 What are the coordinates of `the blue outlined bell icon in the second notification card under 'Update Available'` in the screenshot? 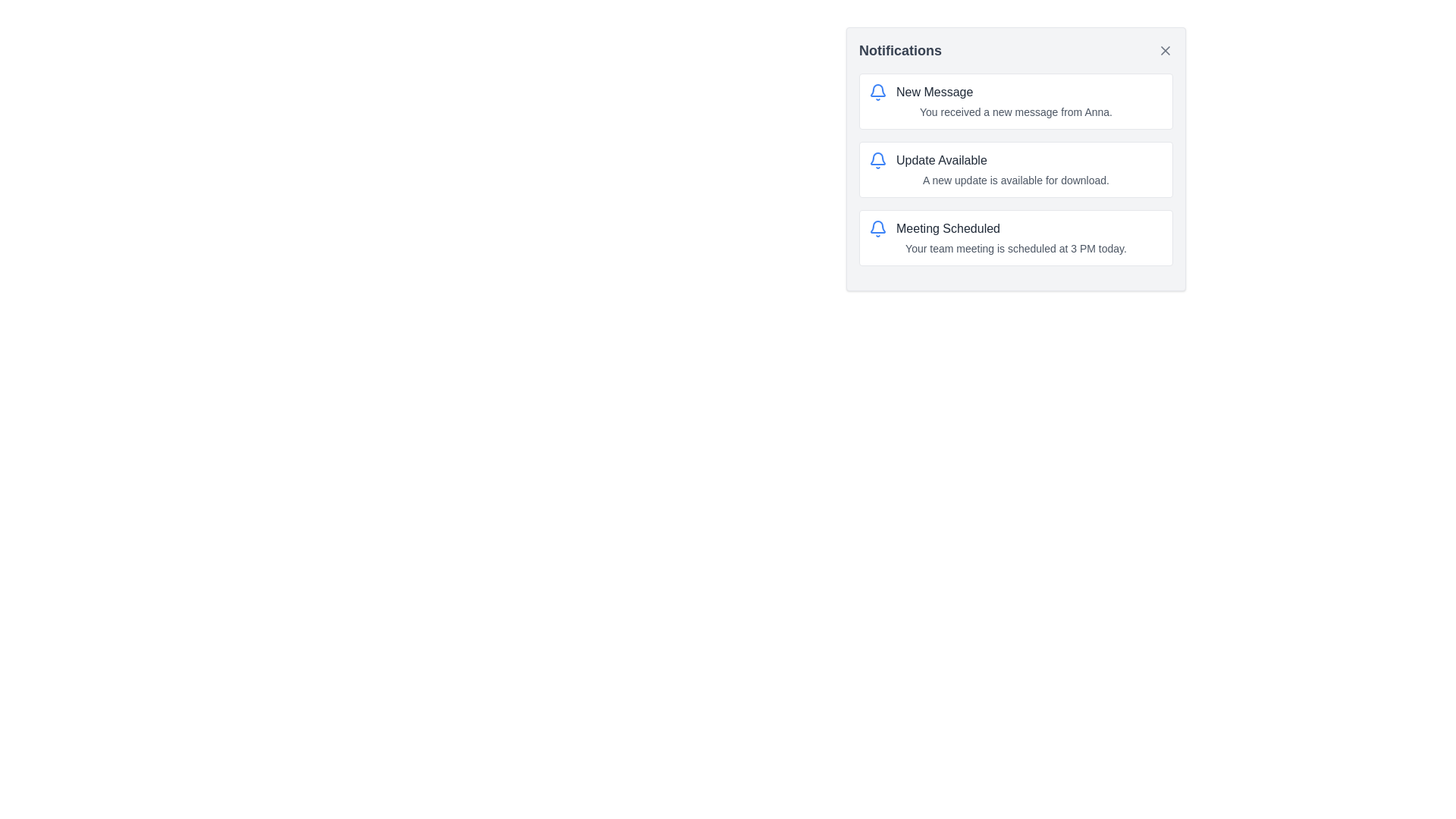 It's located at (877, 158).